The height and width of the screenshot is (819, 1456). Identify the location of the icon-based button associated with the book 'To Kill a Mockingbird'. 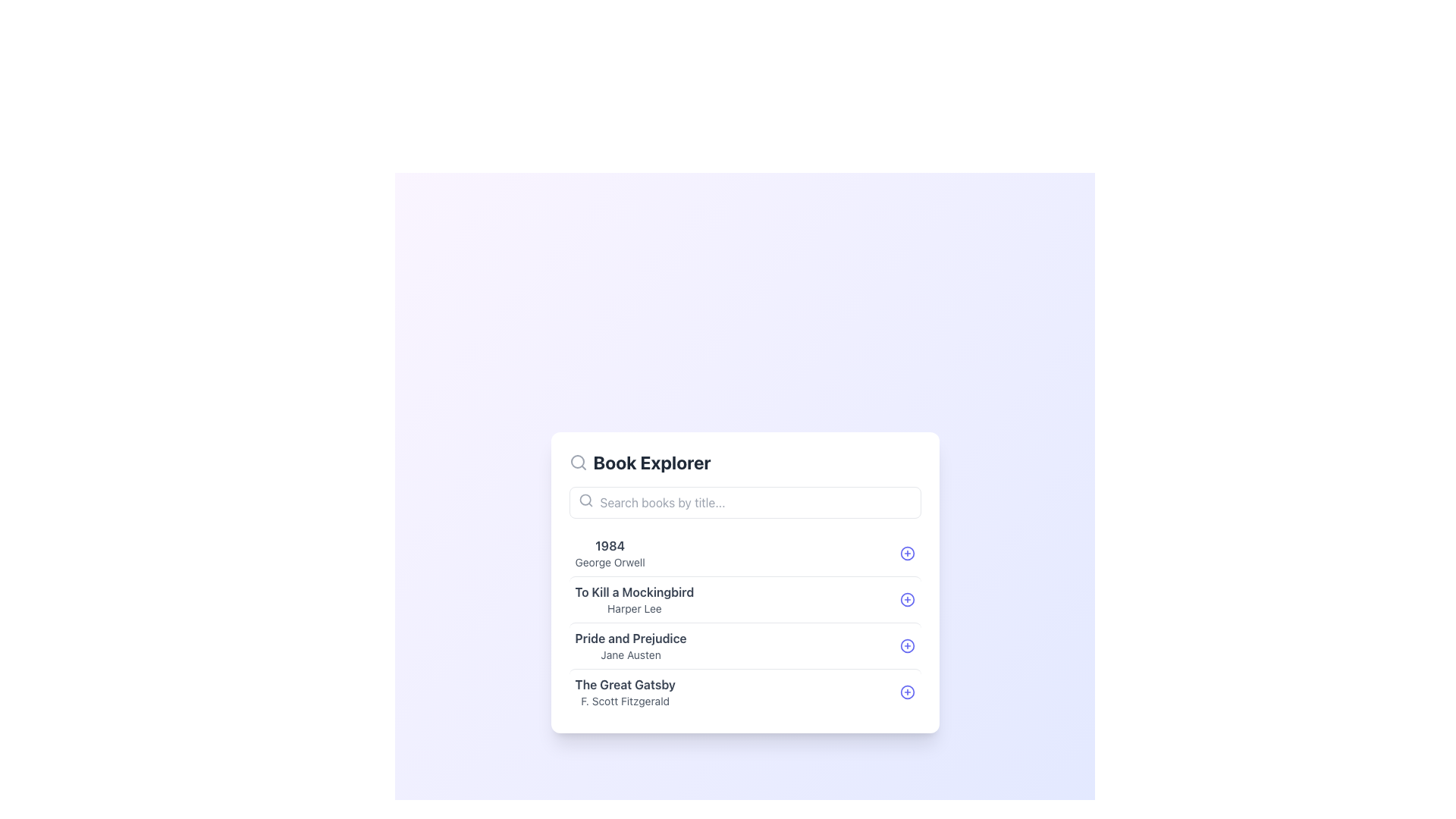
(907, 598).